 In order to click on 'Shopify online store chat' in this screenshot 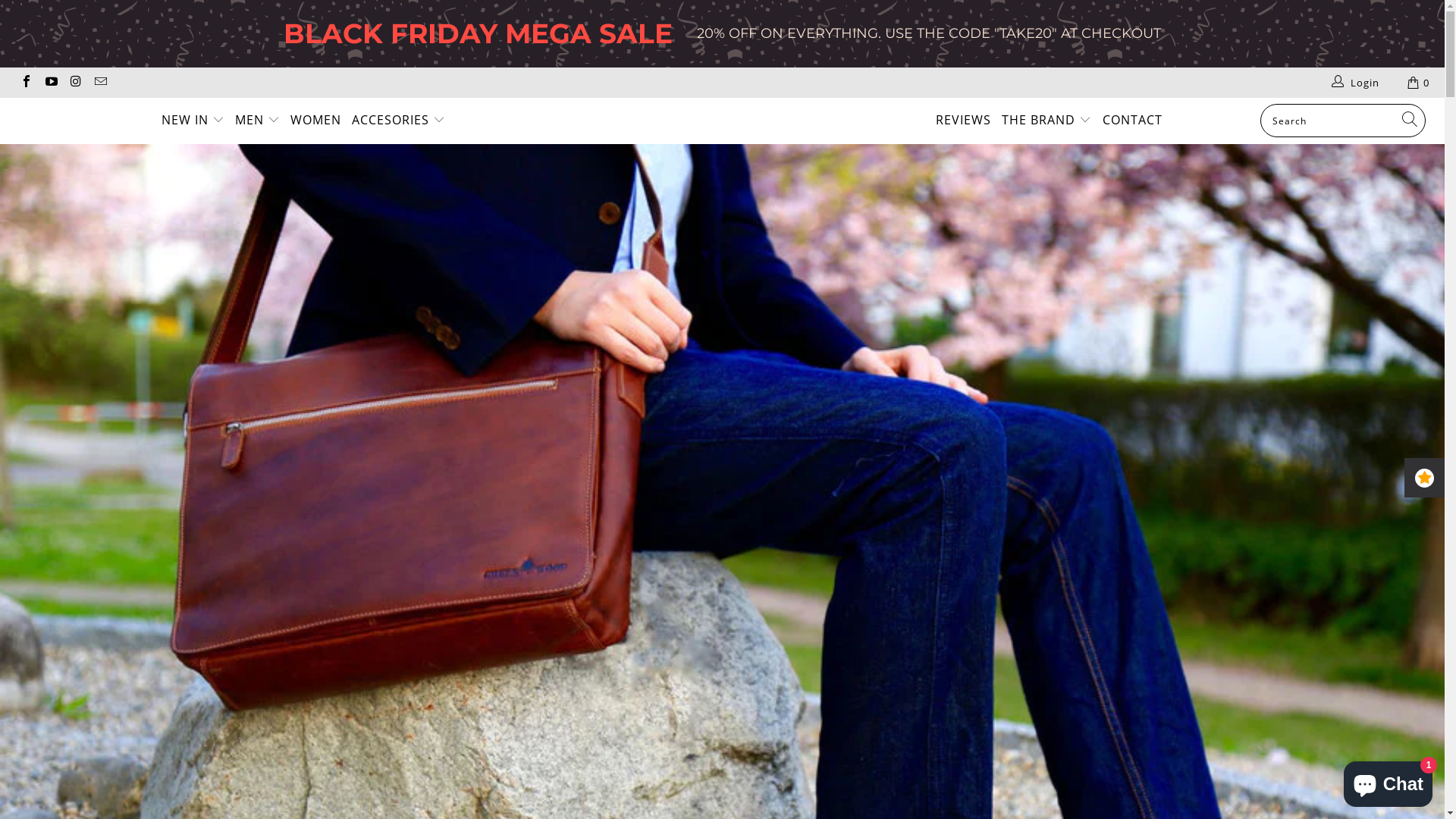, I will do `click(1388, 780)`.